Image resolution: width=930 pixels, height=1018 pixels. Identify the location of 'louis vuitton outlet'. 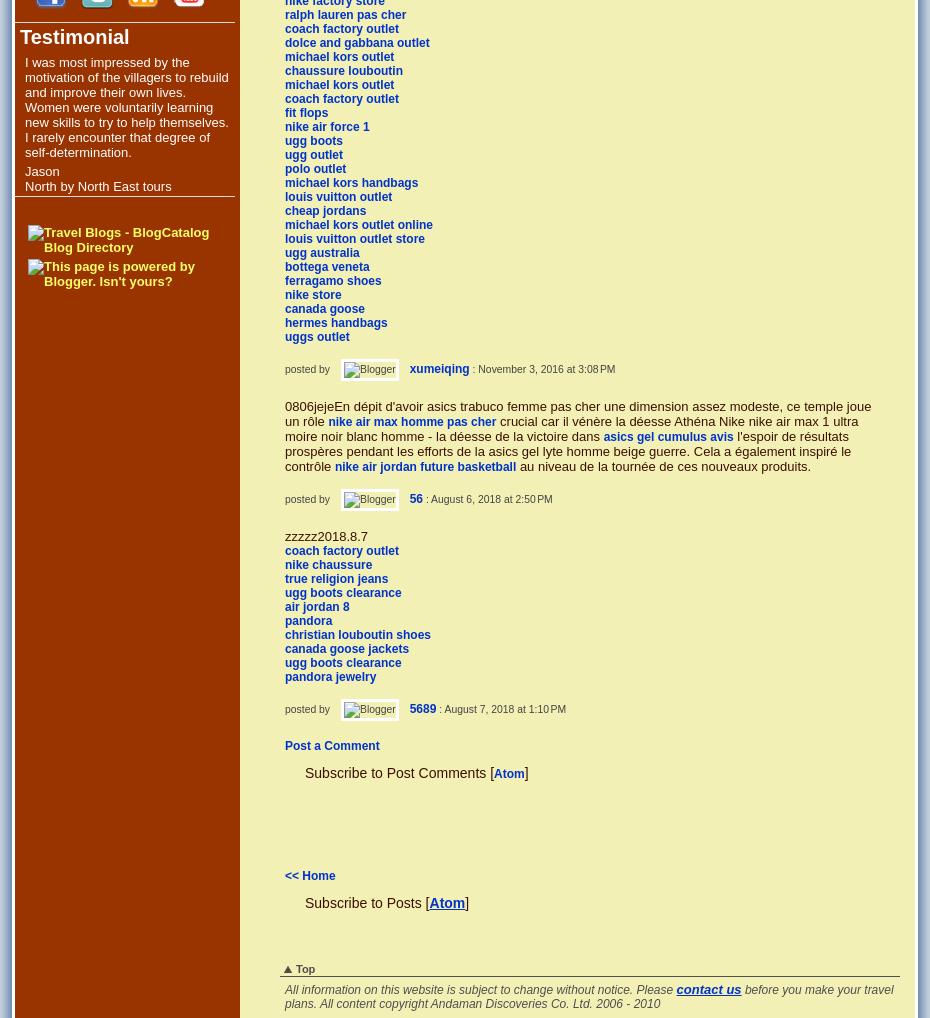
(337, 195).